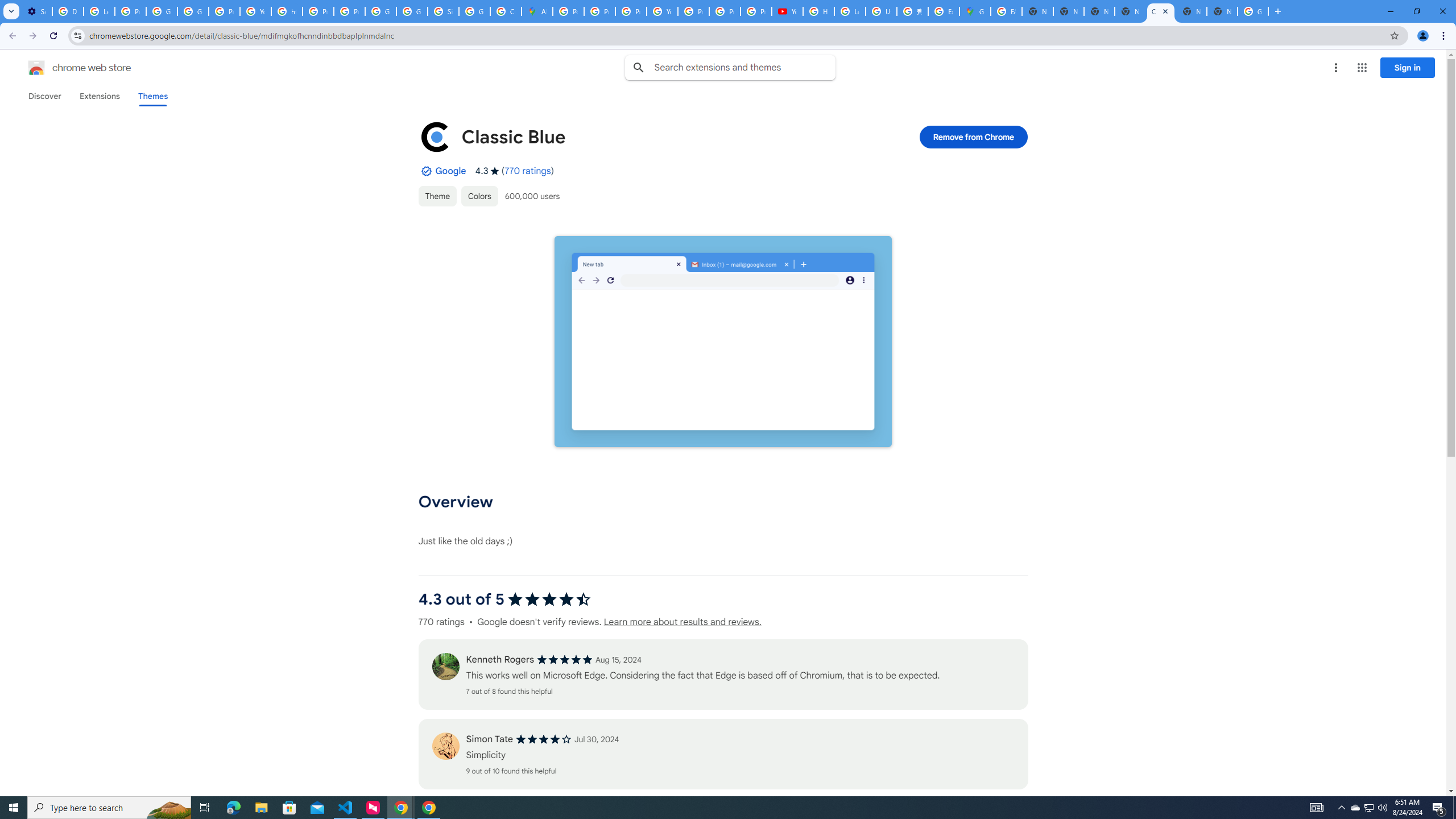 This screenshot has height=819, width=1456. Describe the element at coordinates (723, 341) in the screenshot. I see `'Item media 1 screenshot'` at that location.